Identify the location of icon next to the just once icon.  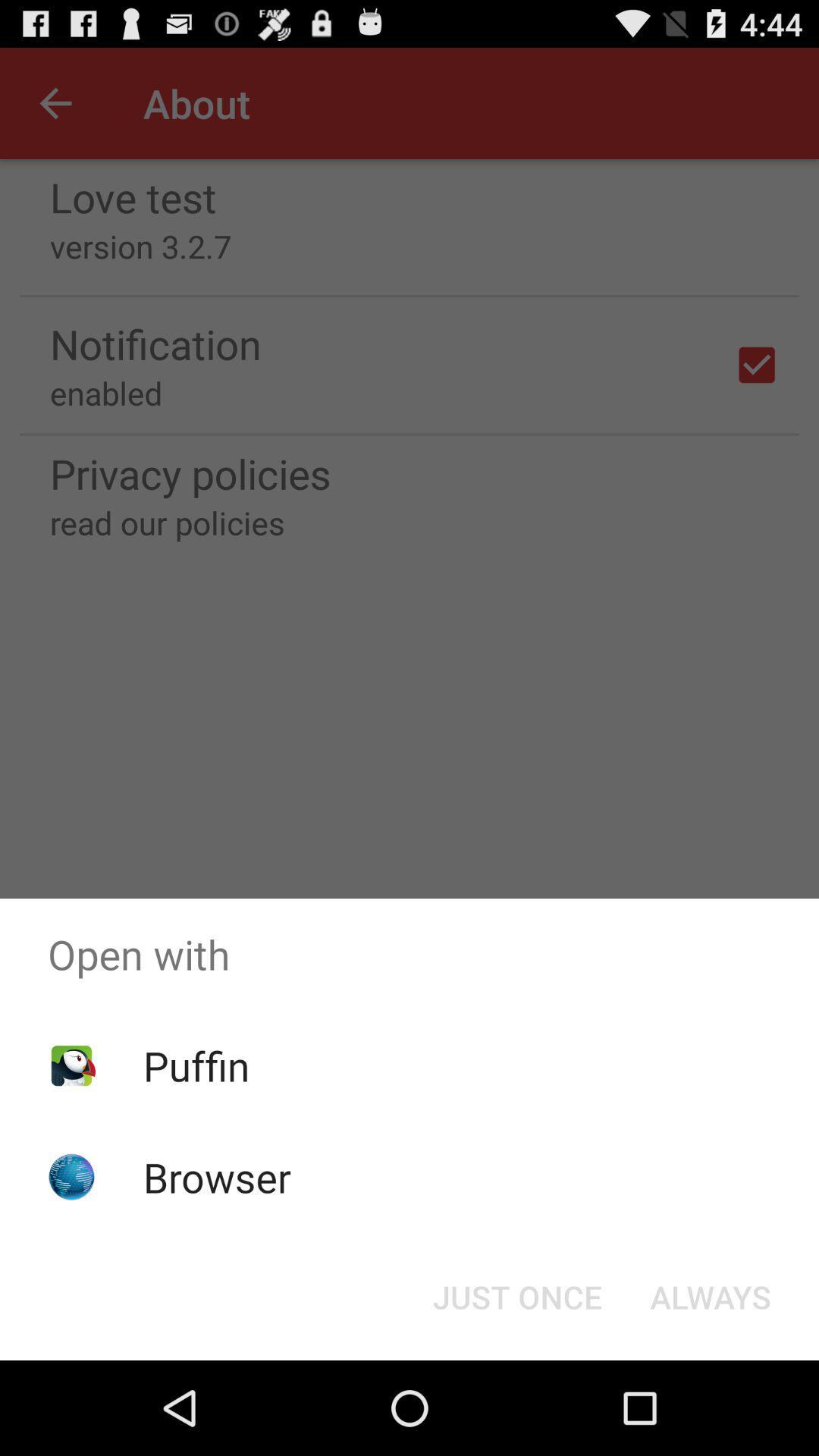
(711, 1295).